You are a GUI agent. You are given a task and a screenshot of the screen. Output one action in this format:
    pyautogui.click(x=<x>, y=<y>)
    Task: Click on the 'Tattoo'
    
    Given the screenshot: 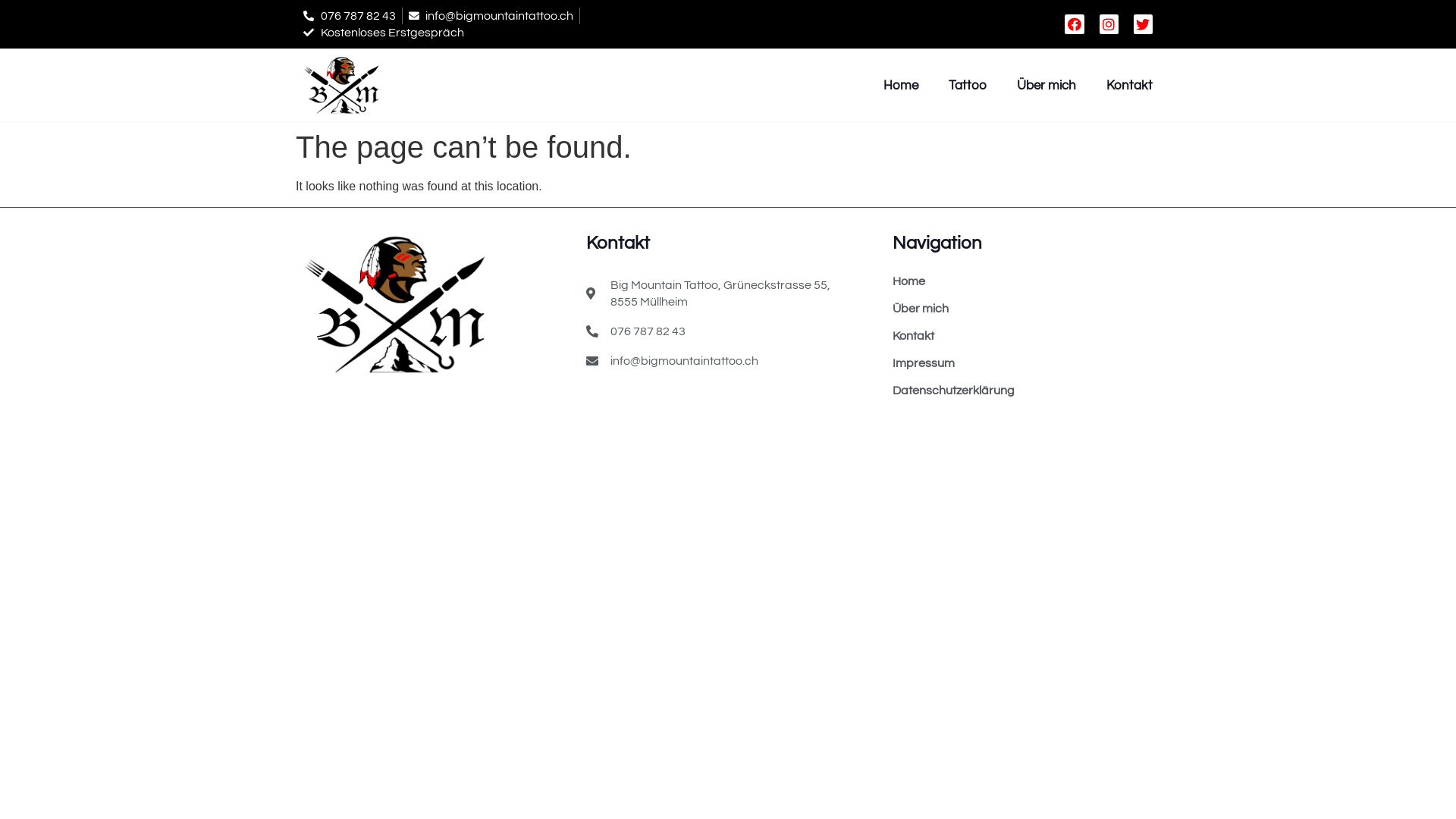 What is the action you would take?
    pyautogui.click(x=967, y=85)
    